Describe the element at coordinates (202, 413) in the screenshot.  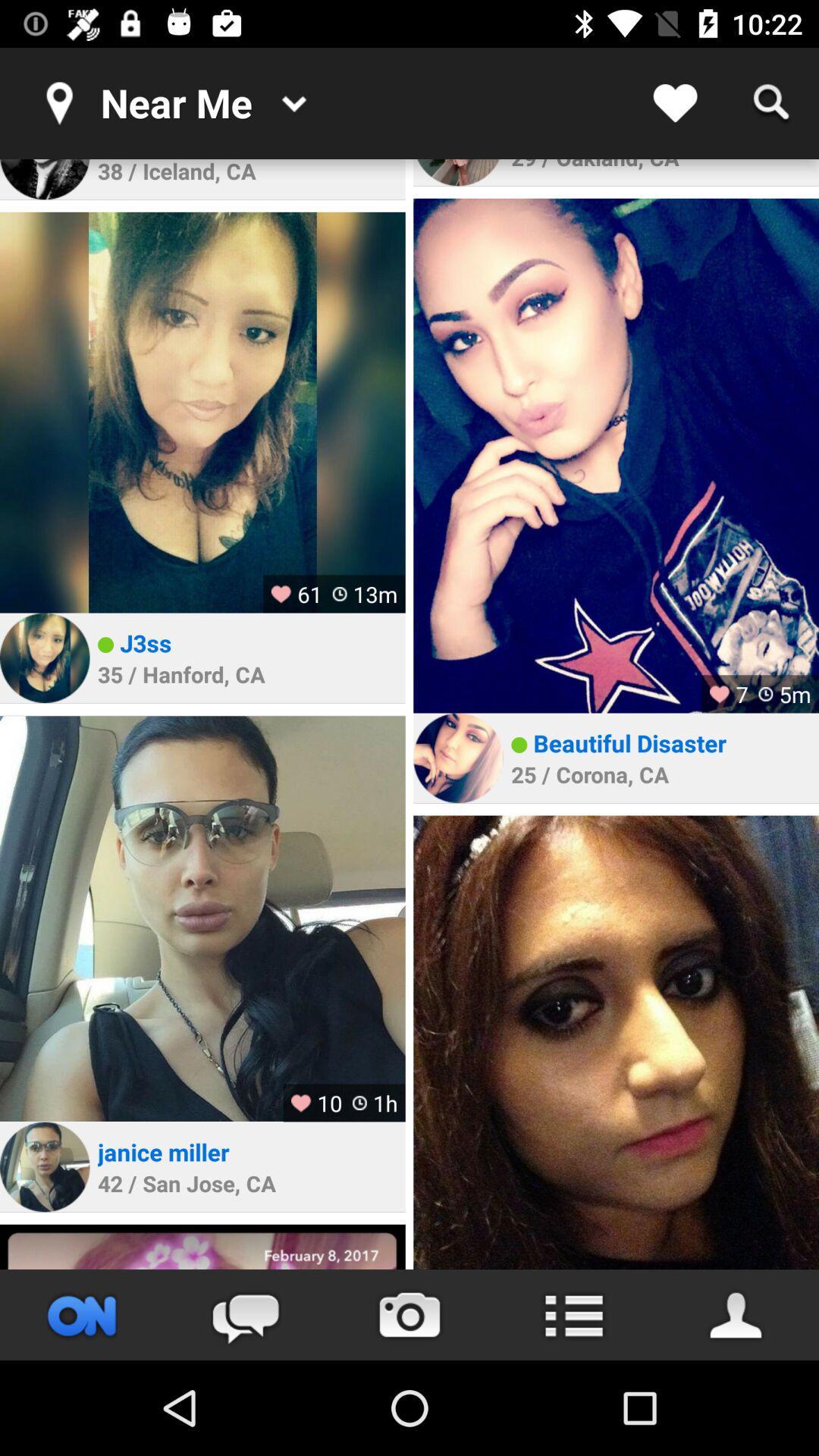
I see `profile picture` at that location.